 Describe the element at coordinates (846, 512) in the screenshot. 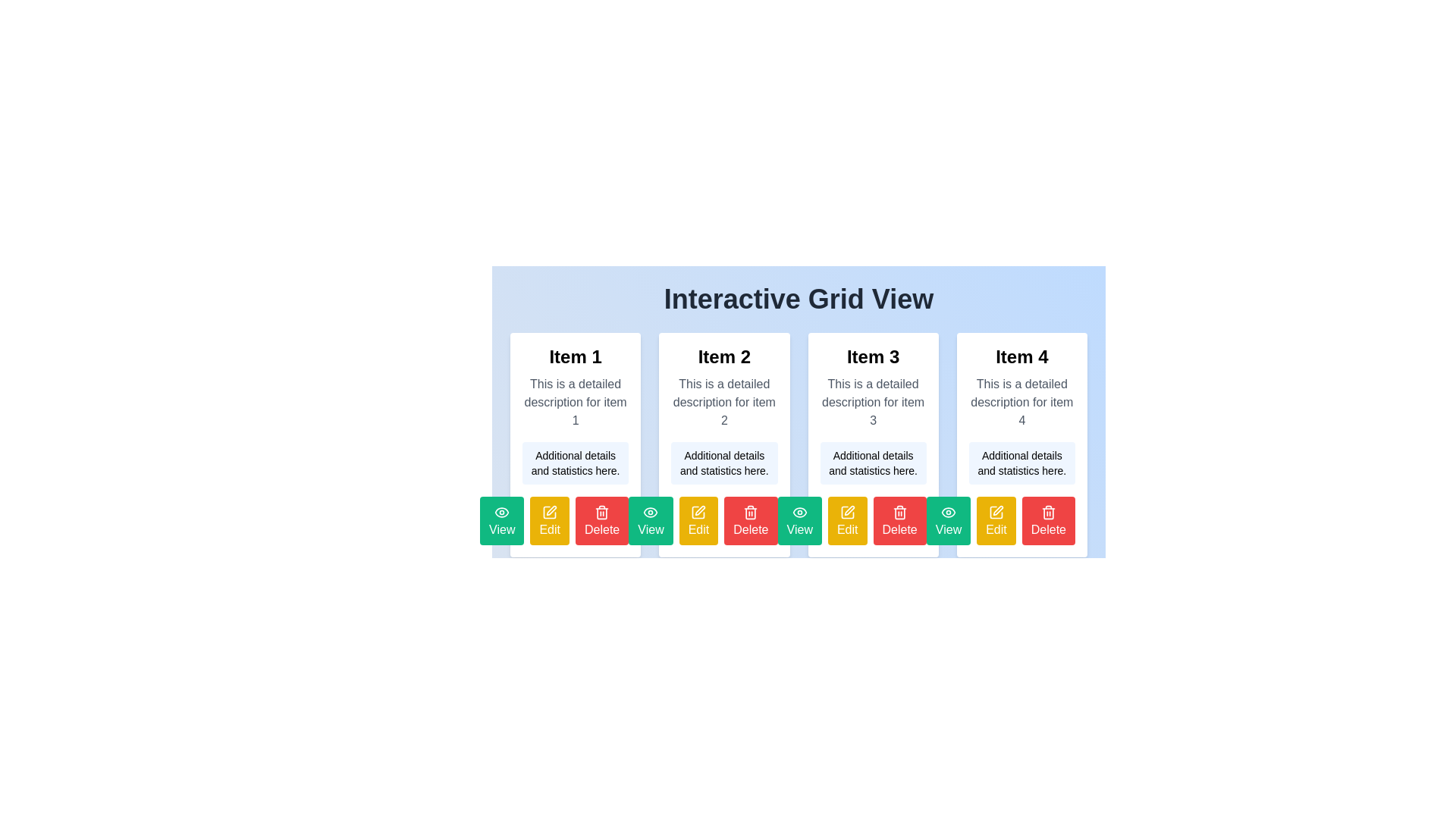

I see `the 'Edit' button icon located between the 'View' button and the 'Delete' button in the button group below the third item card` at that location.